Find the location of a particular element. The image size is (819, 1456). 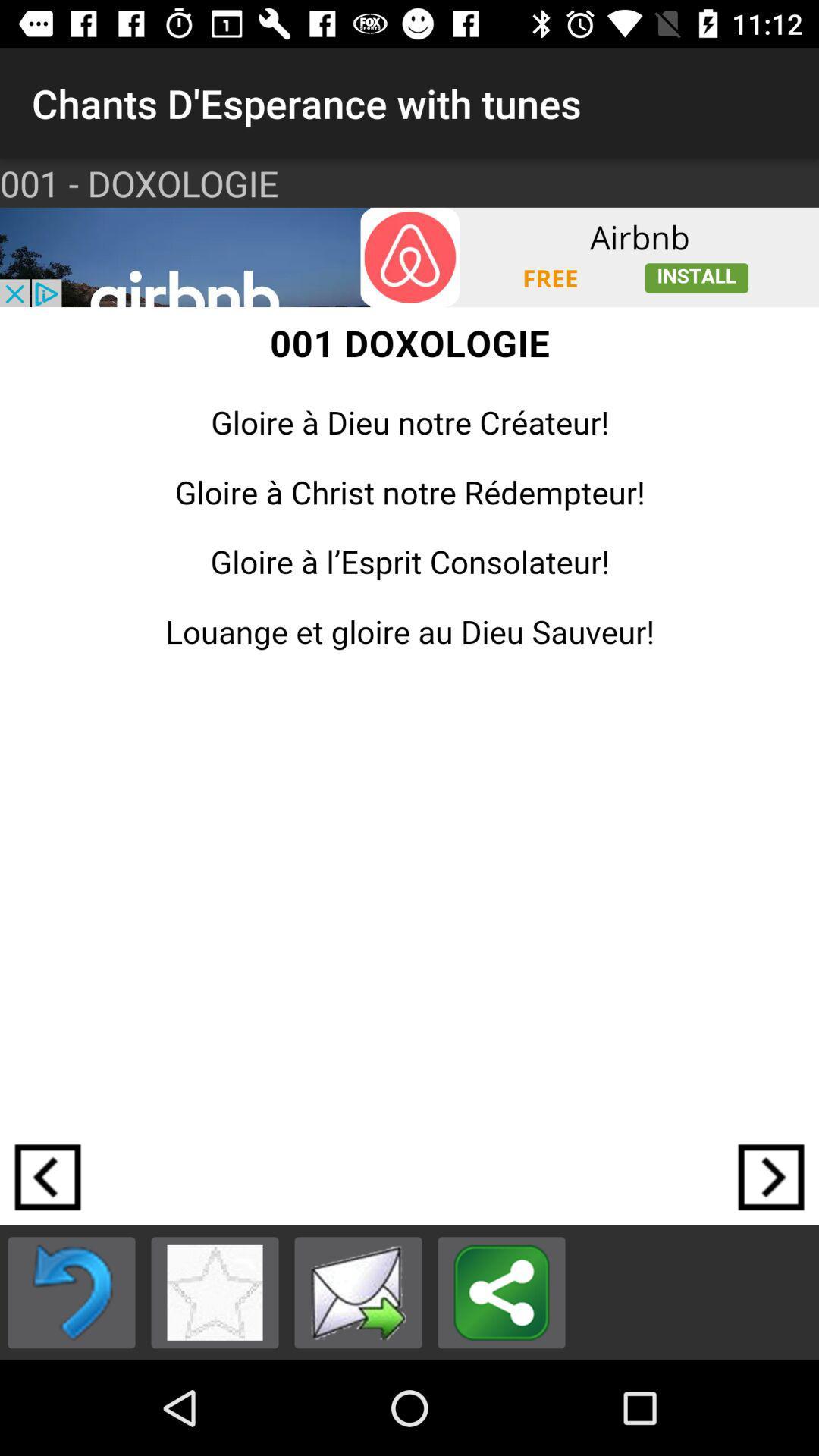

send mail is located at coordinates (358, 1291).